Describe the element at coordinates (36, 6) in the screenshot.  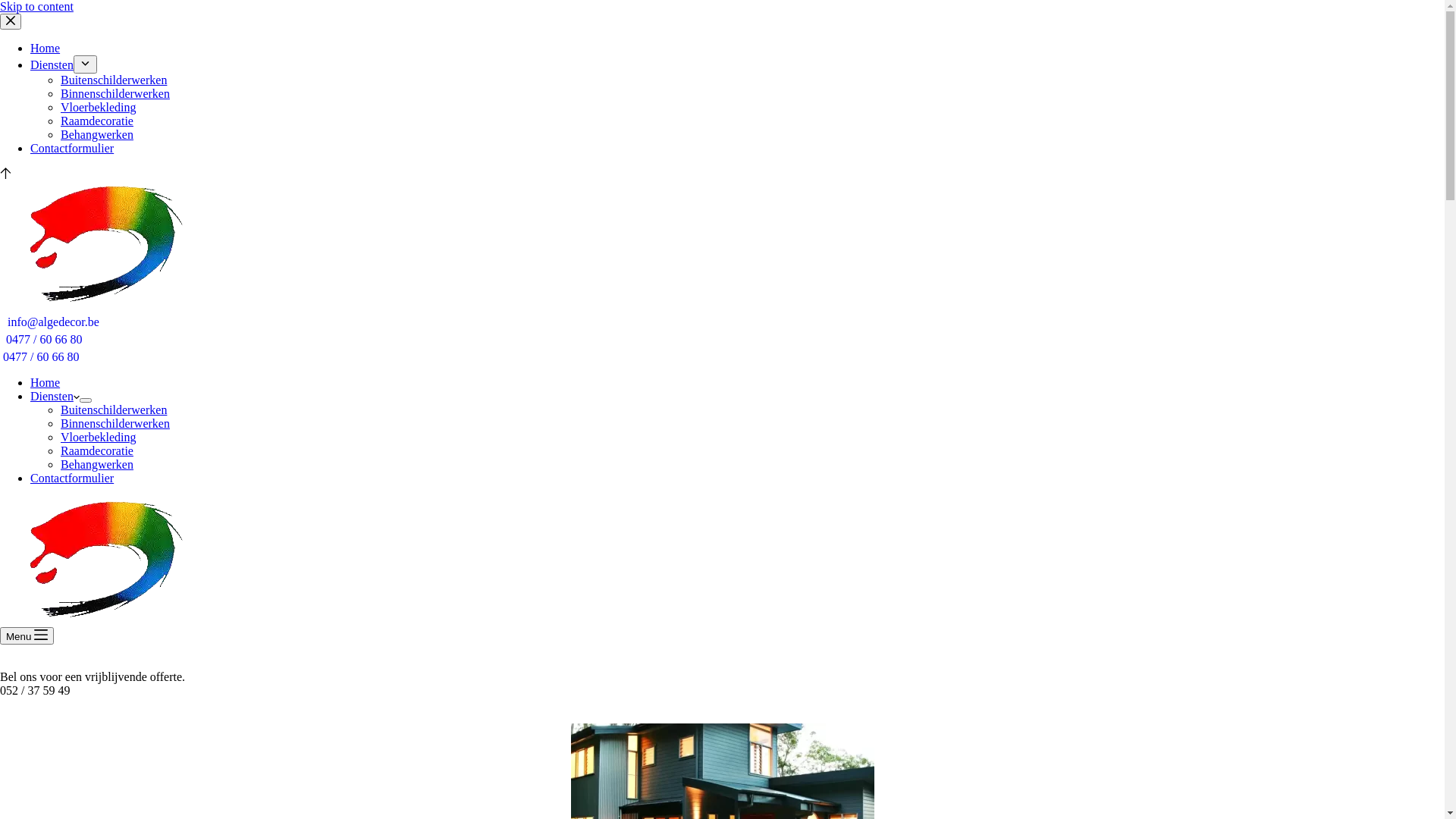
I see `'Skip to content'` at that location.